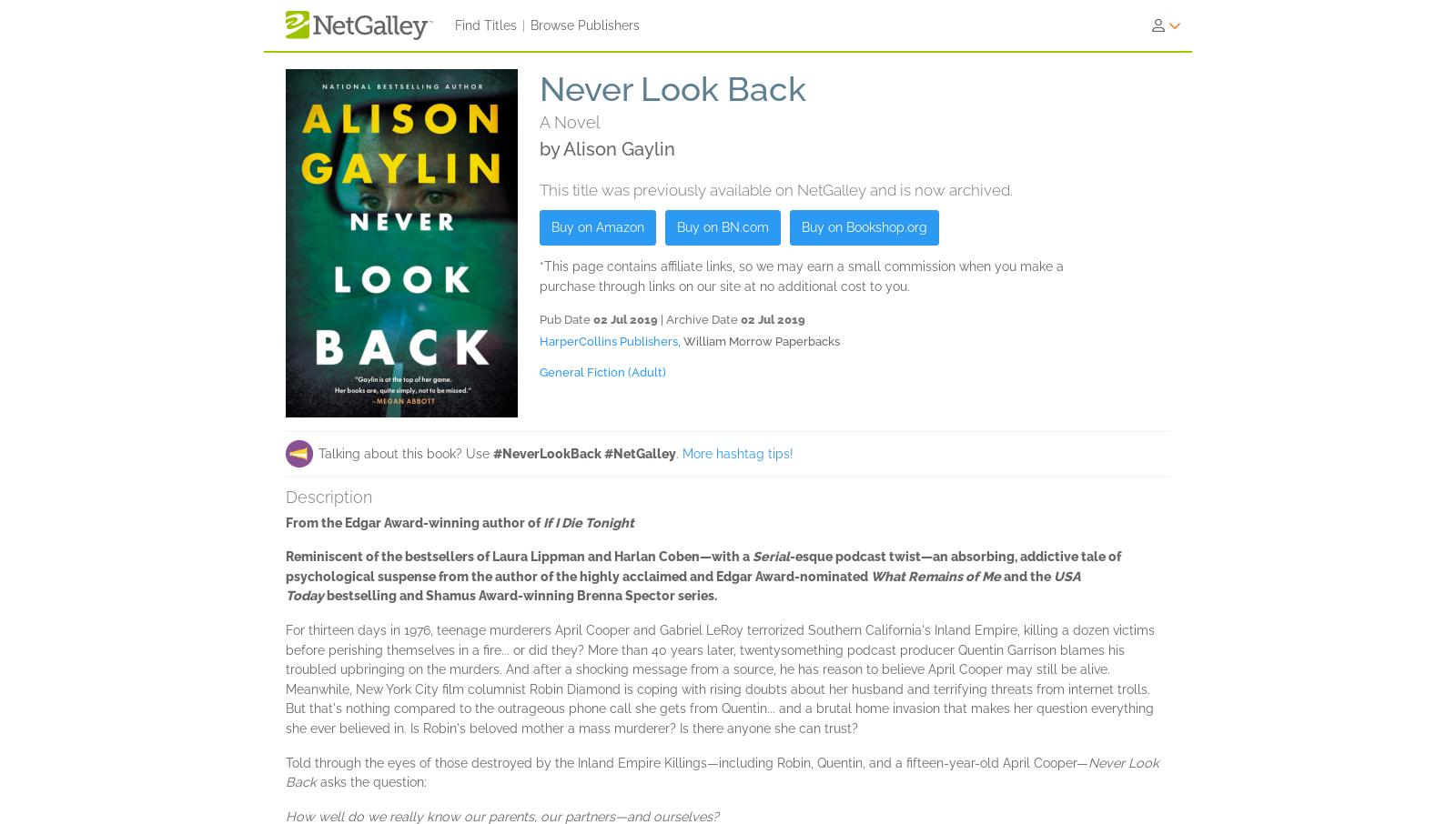 This screenshot has height=824, width=1456. What do you see at coordinates (353, 186) in the screenshot?
I see `'Available Editions'` at bounding box center [353, 186].